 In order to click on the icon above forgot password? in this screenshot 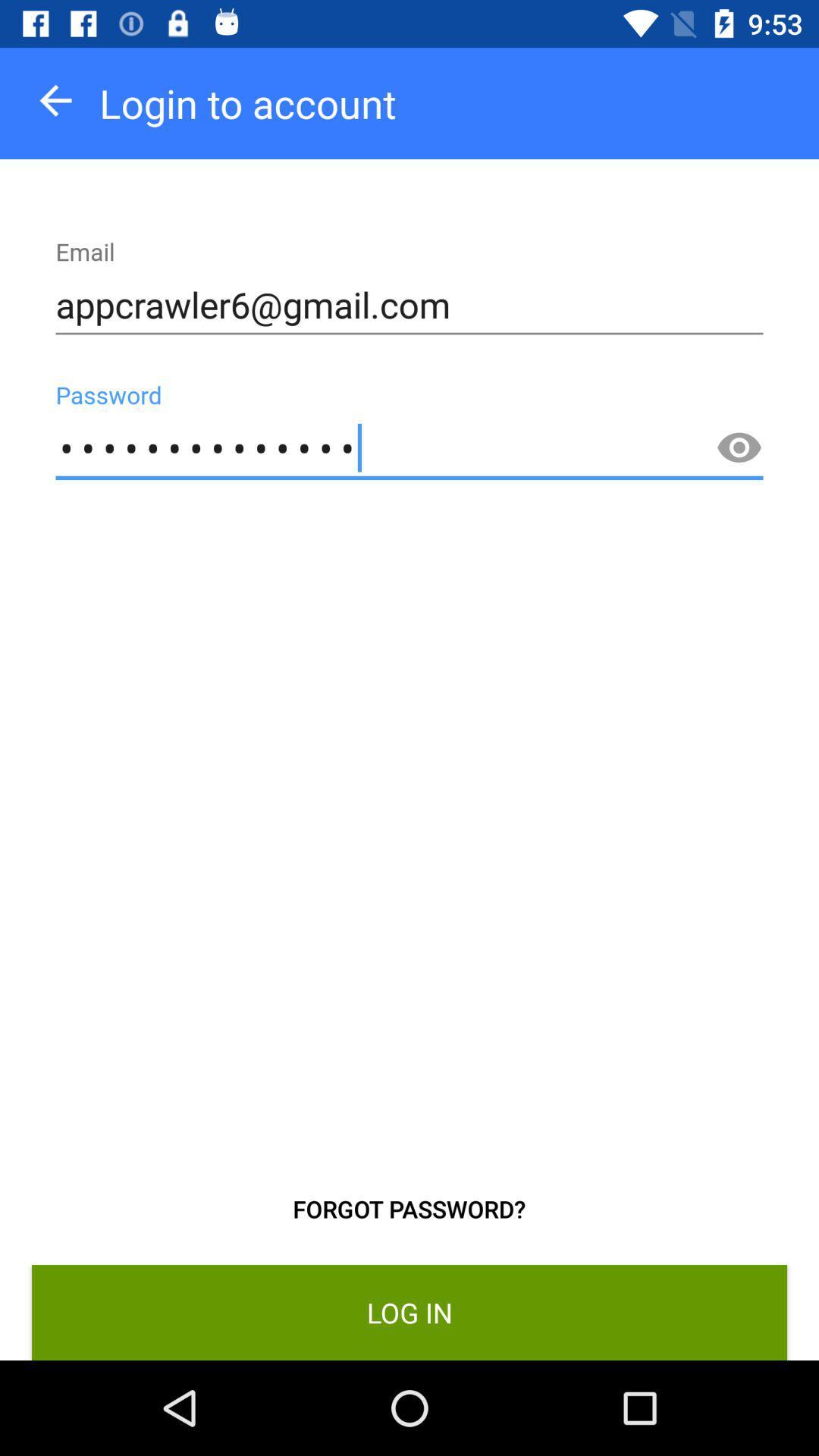, I will do `click(409, 447)`.